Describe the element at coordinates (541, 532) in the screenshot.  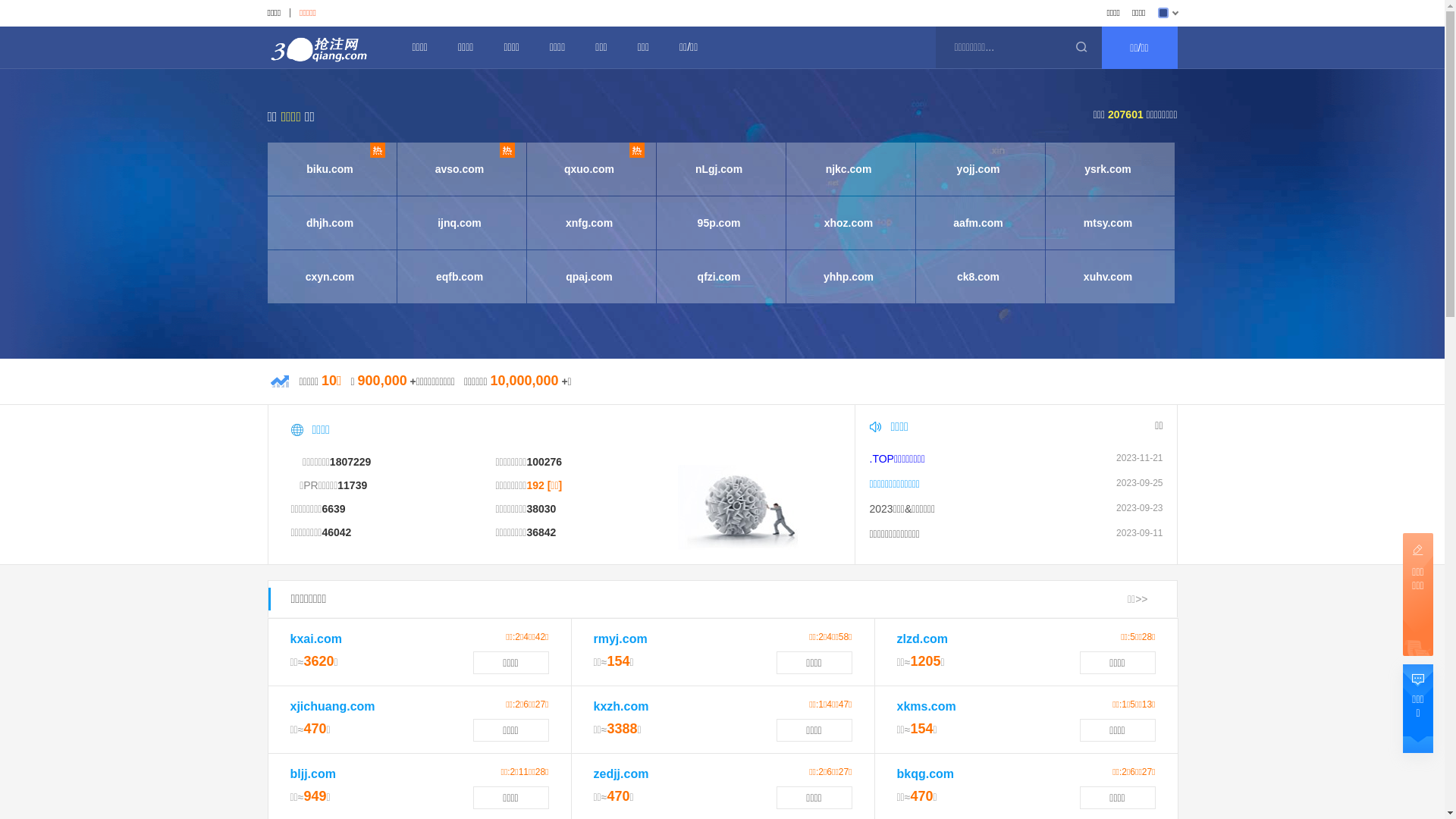
I see `'36842'` at that location.